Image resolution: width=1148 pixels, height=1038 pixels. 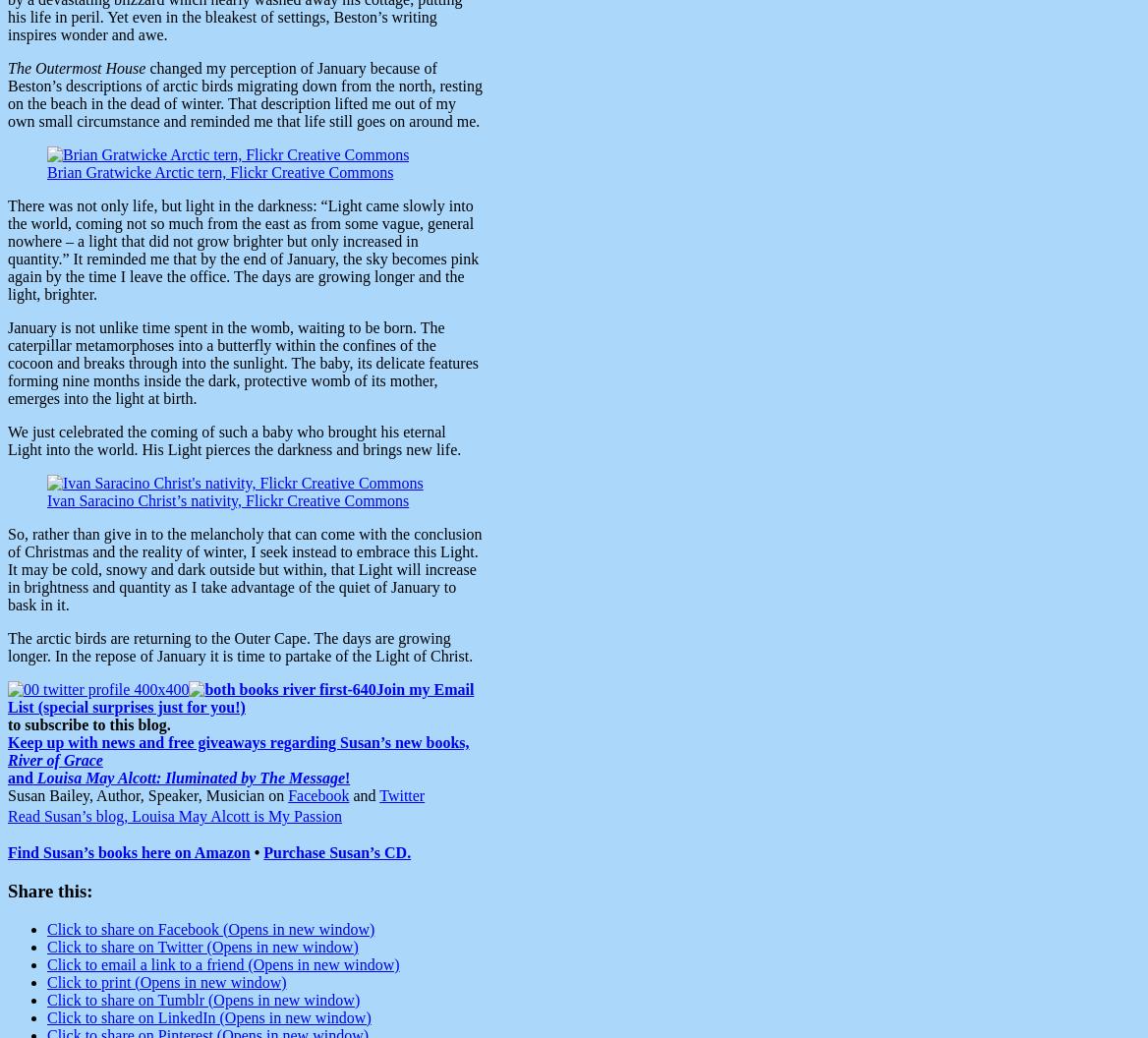 What do you see at coordinates (240, 698) in the screenshot?
I see `'Join my Email List (special surprises just for you!)'` at bounding box center [240, 698].